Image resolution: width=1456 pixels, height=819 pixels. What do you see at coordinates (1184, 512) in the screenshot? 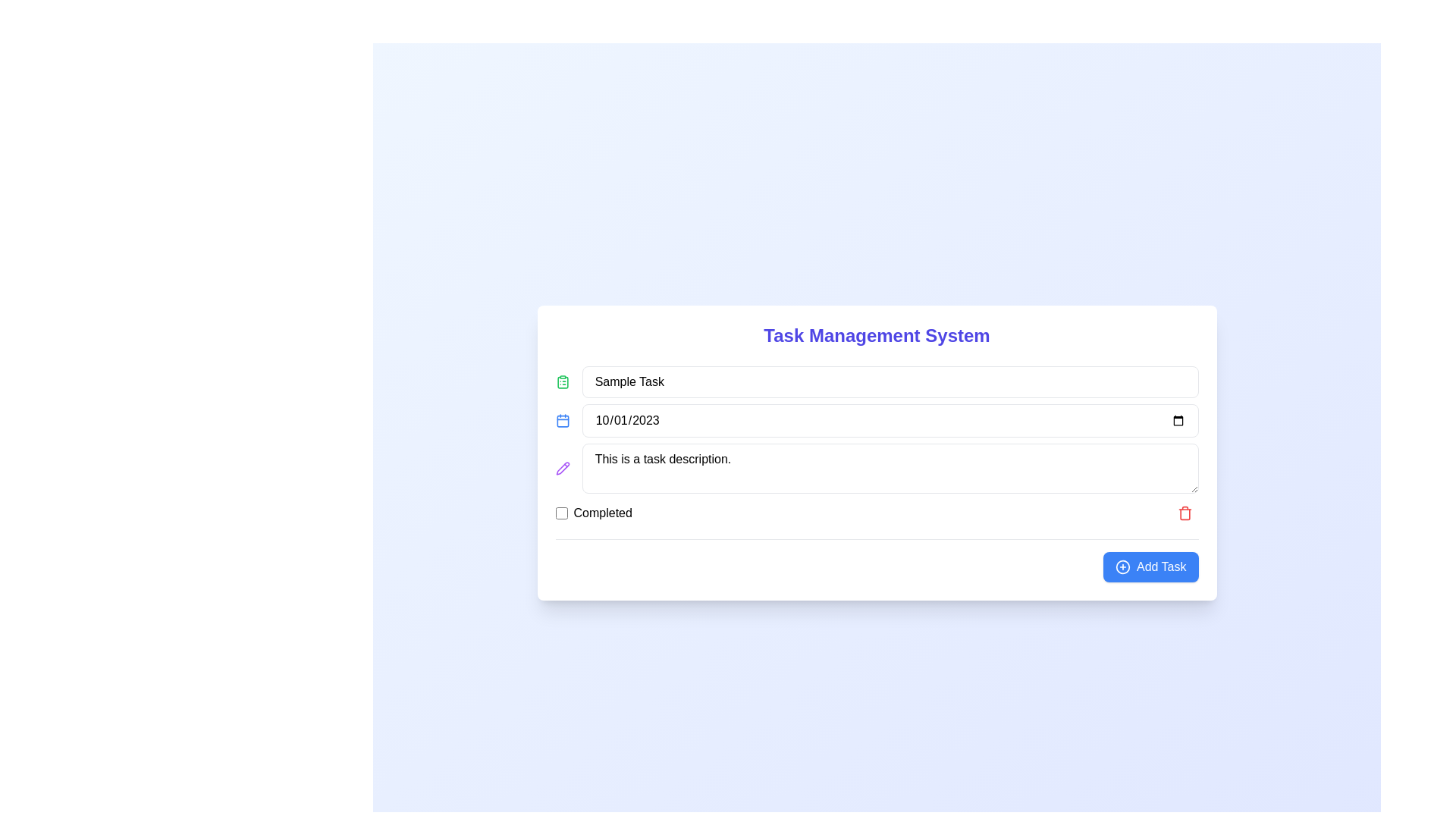
I see `the red trash bin icon button located near the bottom-right corner of the input area` at bounding box center [1184, 512].